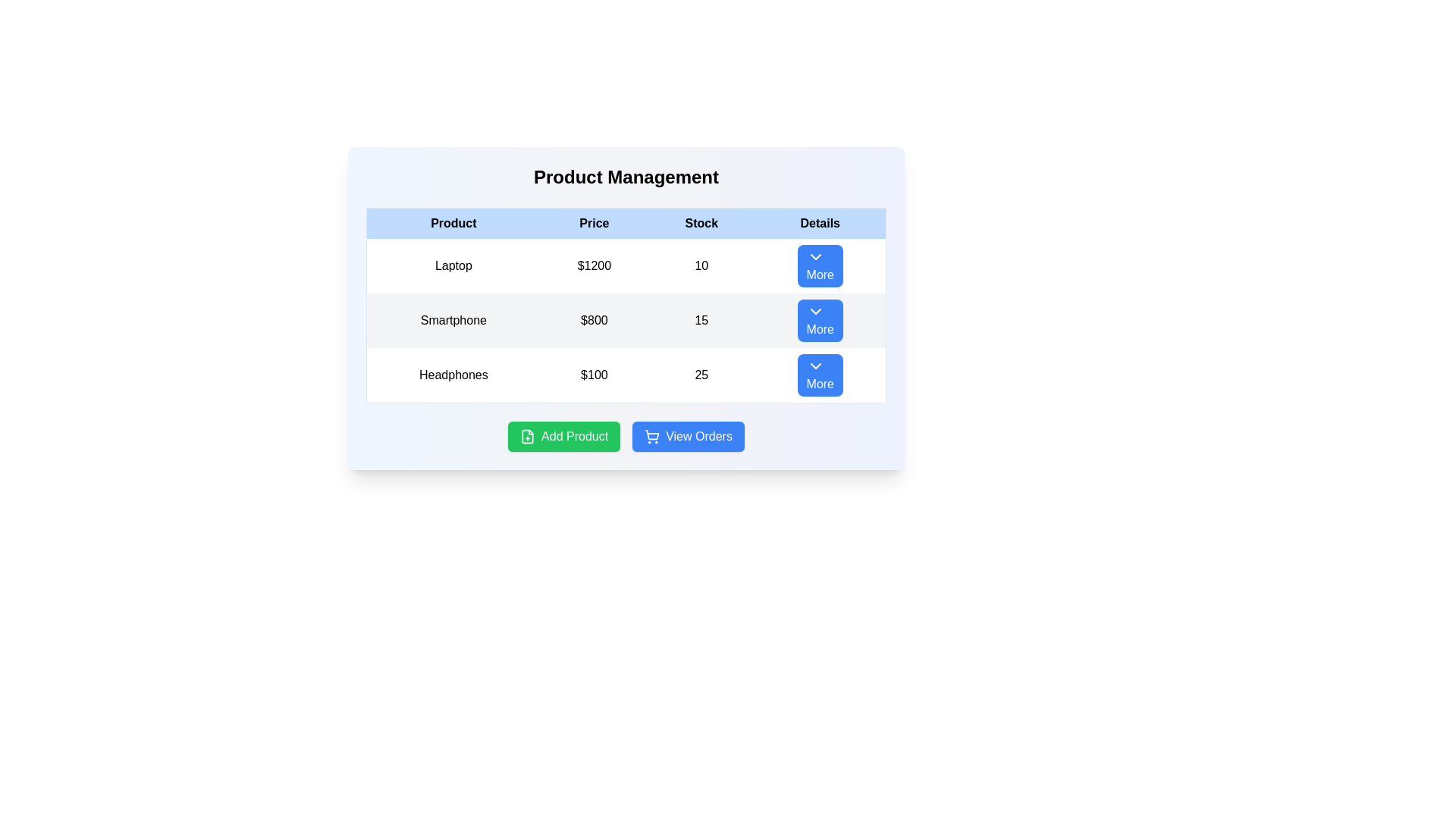  Describe the element at coordinates (701, 265) in the screenshot. I see `the static text label displaying the number '10' in bold black text, located in the 'Stock' column of the data table for the 'Laptop' product` at that location.